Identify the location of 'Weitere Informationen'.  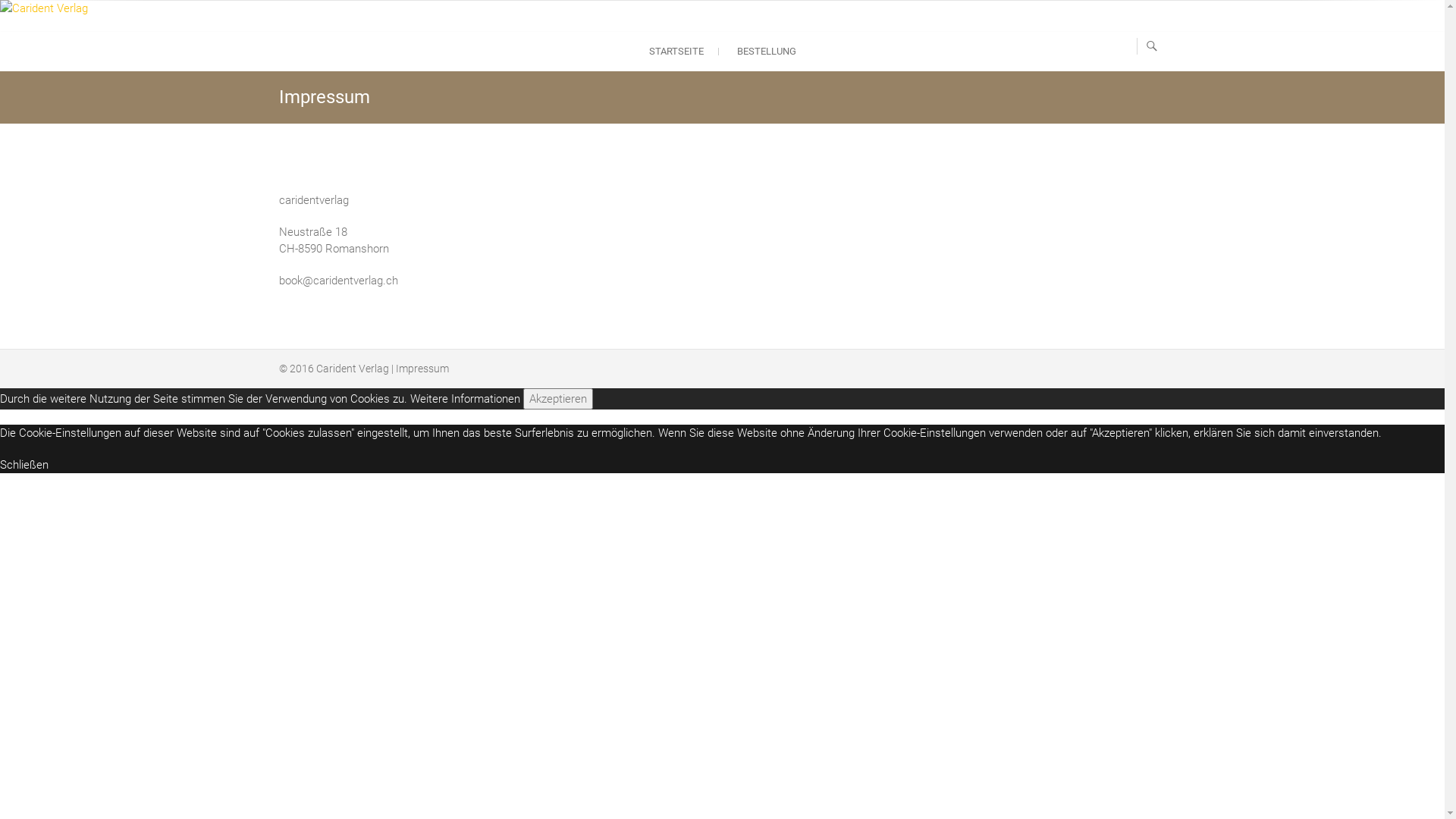
(464, 397).